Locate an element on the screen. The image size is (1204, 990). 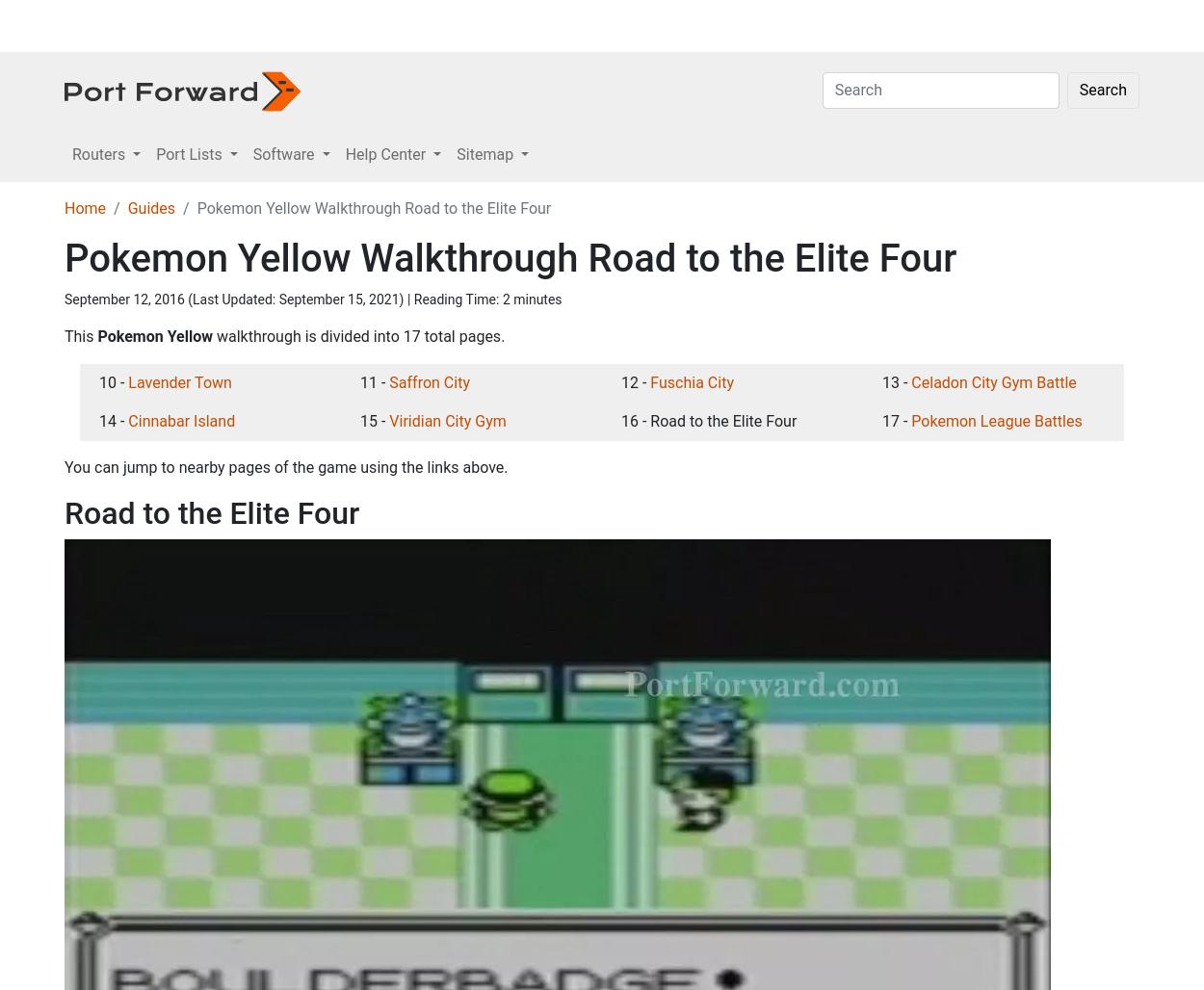
'Sitemap' is located at coordinates (588, 25).